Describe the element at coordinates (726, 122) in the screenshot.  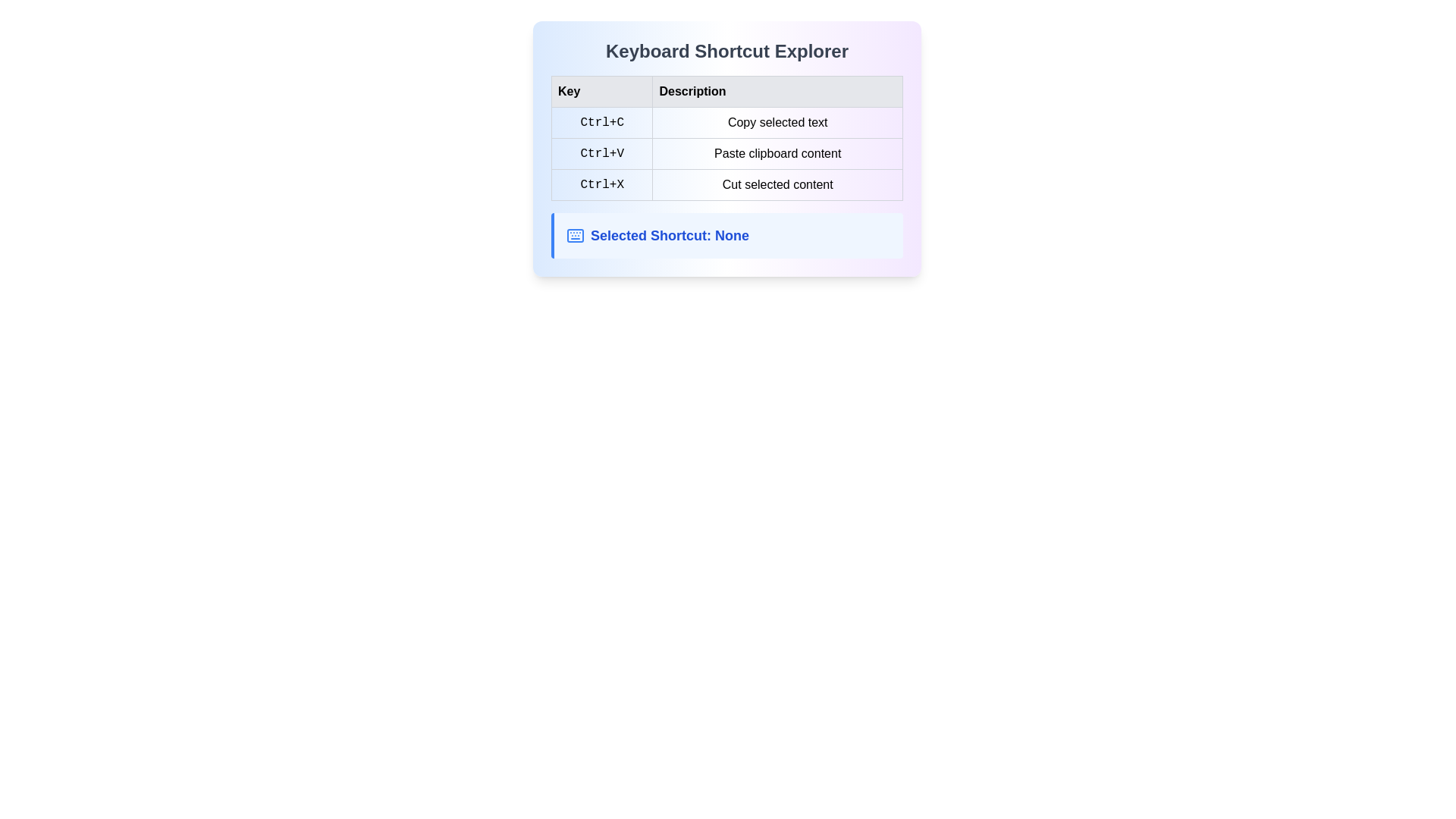
I see `the first row of the table that provides information about the keyboard shortcut 'Ctrl+C' used for copying text` at that location.